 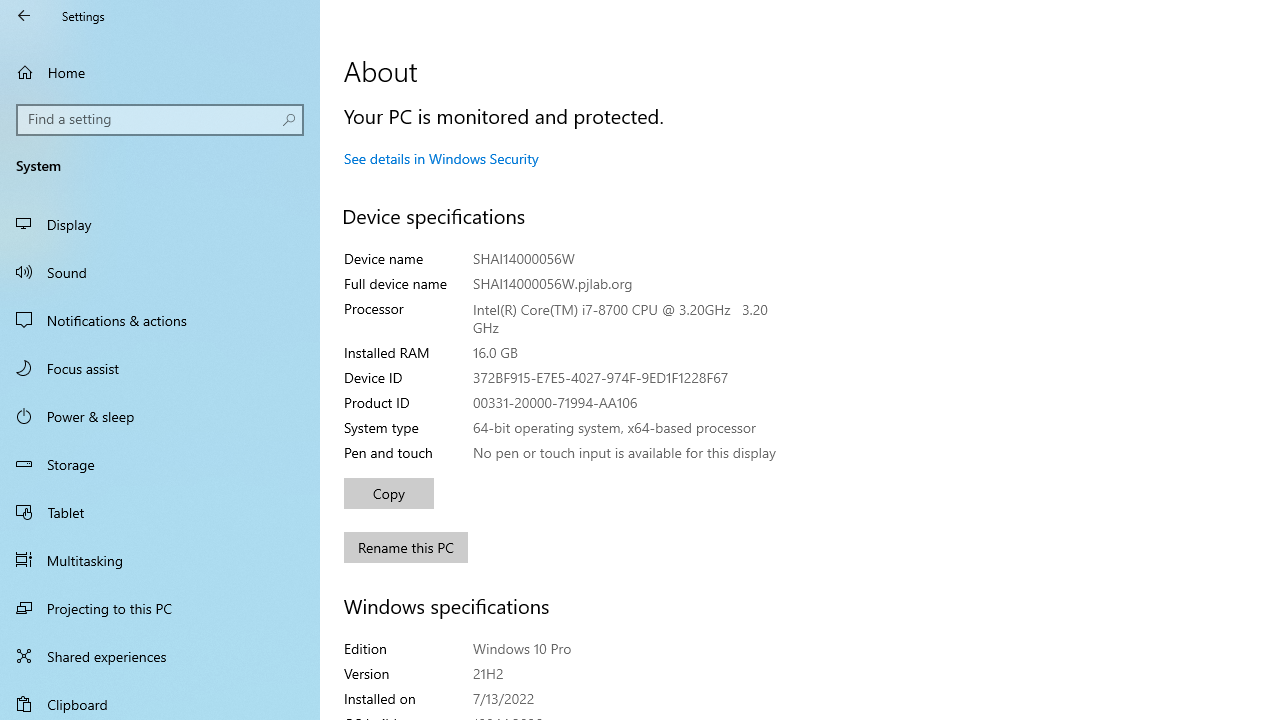 What do you see at coordinates (160, 71) in the screenshot?
I see `'Home'` at bounding box center [160, 71].